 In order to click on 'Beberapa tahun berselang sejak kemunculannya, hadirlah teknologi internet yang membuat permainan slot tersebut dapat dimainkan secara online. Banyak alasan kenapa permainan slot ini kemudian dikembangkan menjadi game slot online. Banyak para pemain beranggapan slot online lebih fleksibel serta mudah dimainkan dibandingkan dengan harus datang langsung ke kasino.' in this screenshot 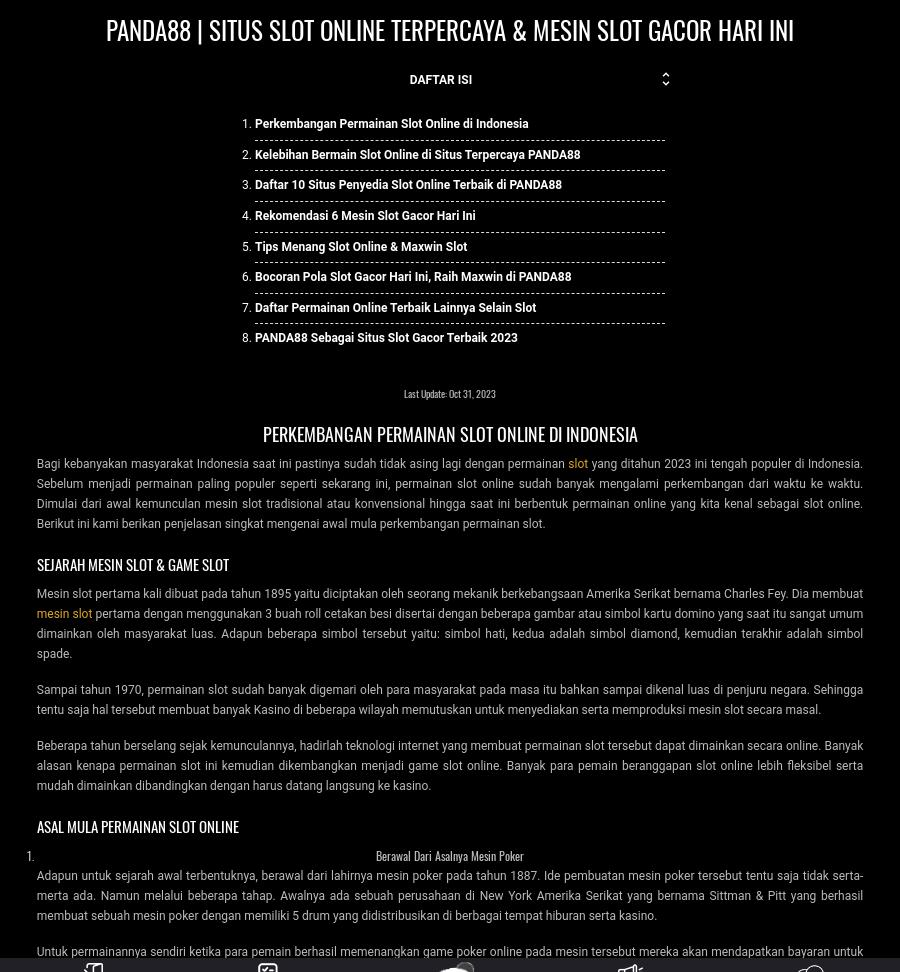, I will do `click(449, 764)`.